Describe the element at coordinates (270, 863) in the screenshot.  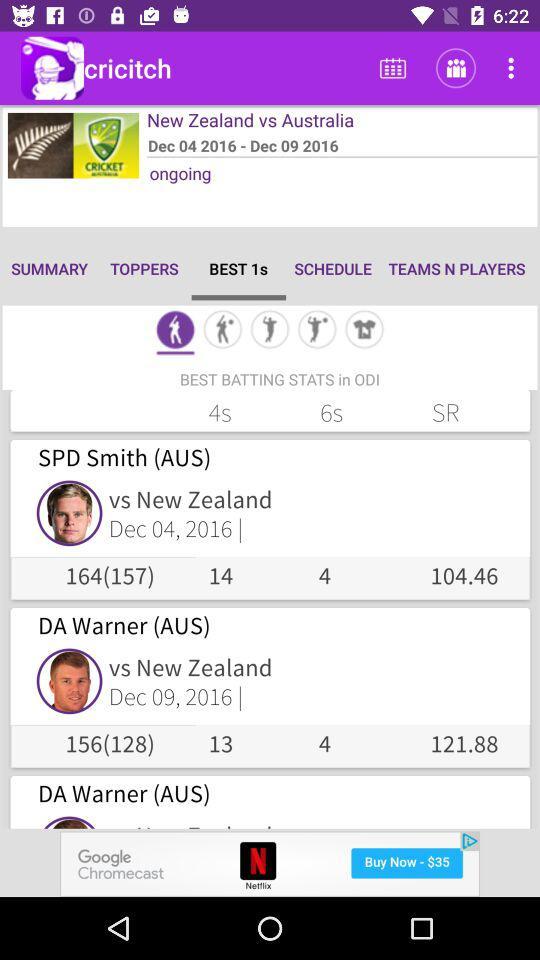
I see `advertising` at that location.